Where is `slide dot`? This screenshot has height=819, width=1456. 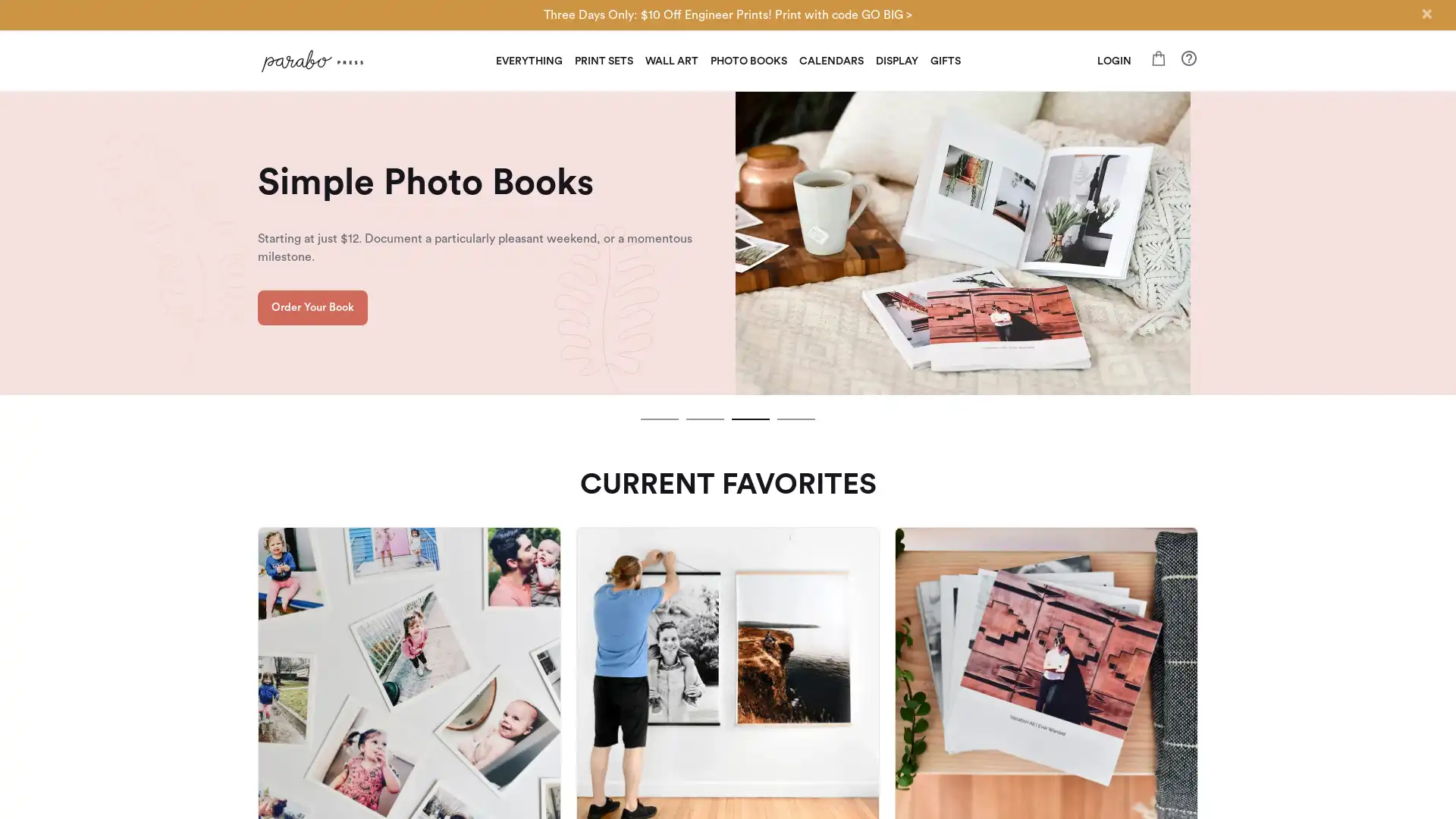 slide dot is located at coordinates (704, 419).